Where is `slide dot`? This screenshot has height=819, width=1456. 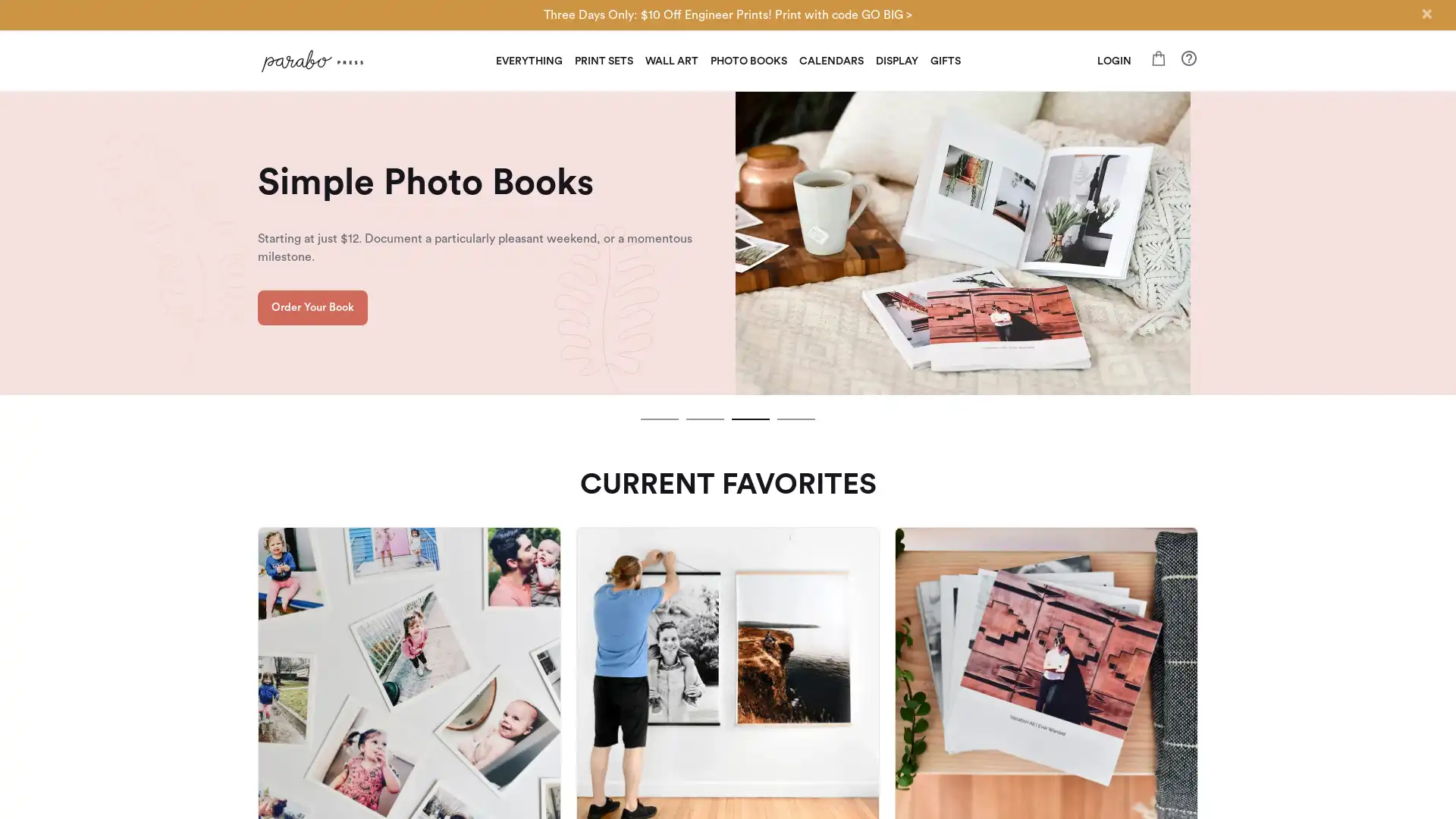 slide dot is located at coordinates (704, 419).